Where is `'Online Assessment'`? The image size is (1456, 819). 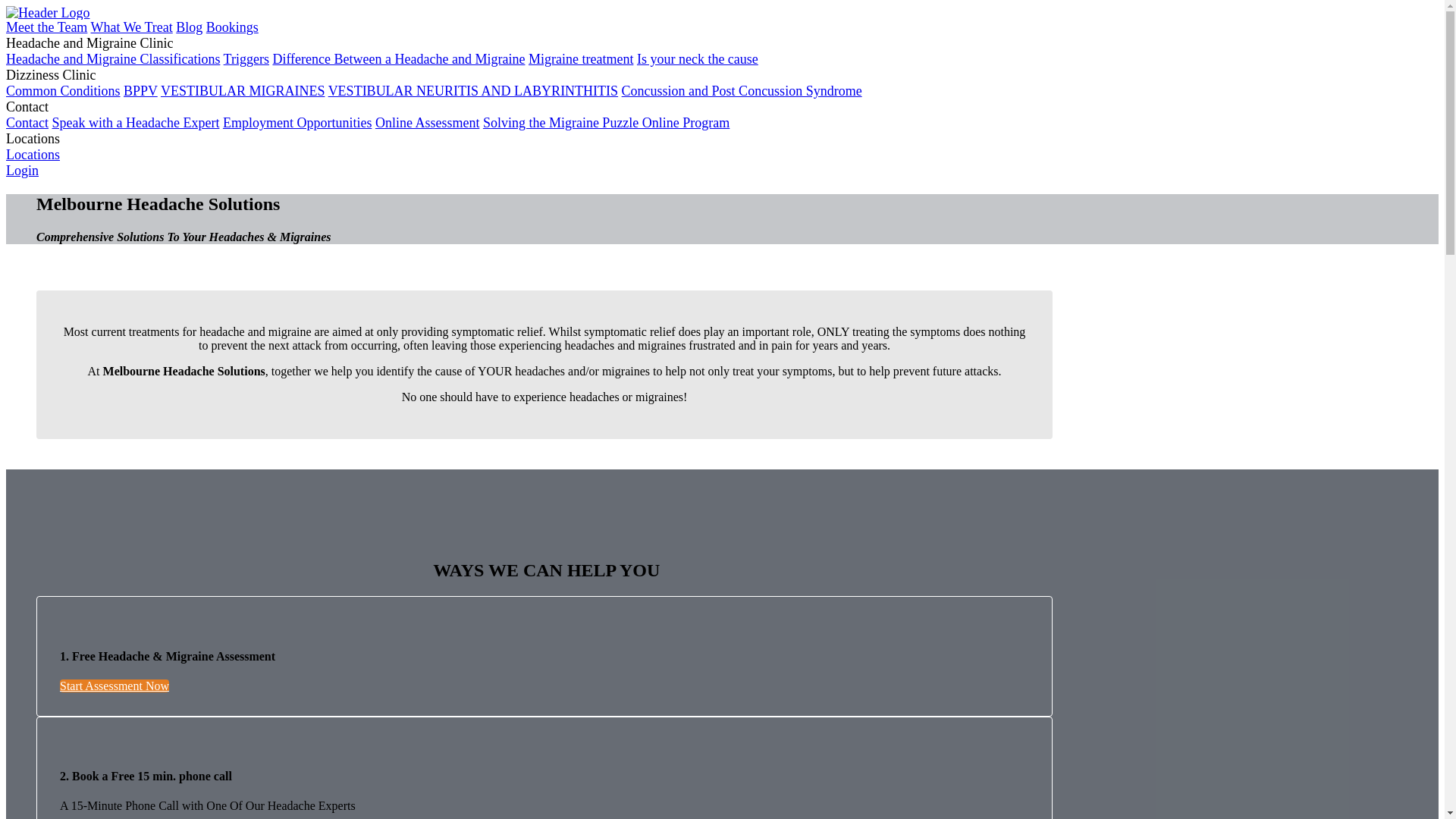
'Online Assessment' is located at coordinates (427, 122).